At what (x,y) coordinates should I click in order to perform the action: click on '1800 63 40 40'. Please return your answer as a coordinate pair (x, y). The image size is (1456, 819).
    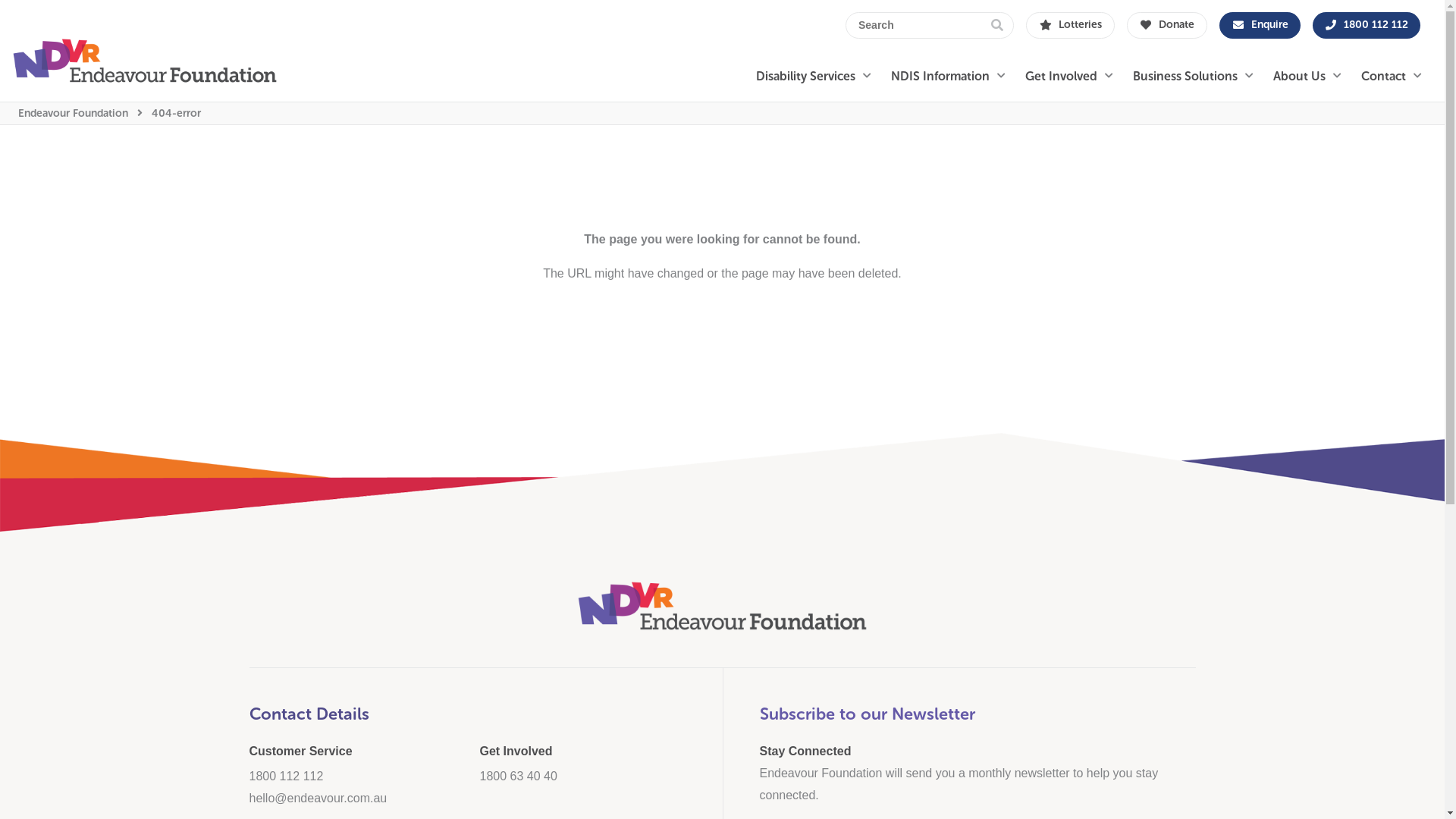
    Looking at the image, I should click on (517, 776).